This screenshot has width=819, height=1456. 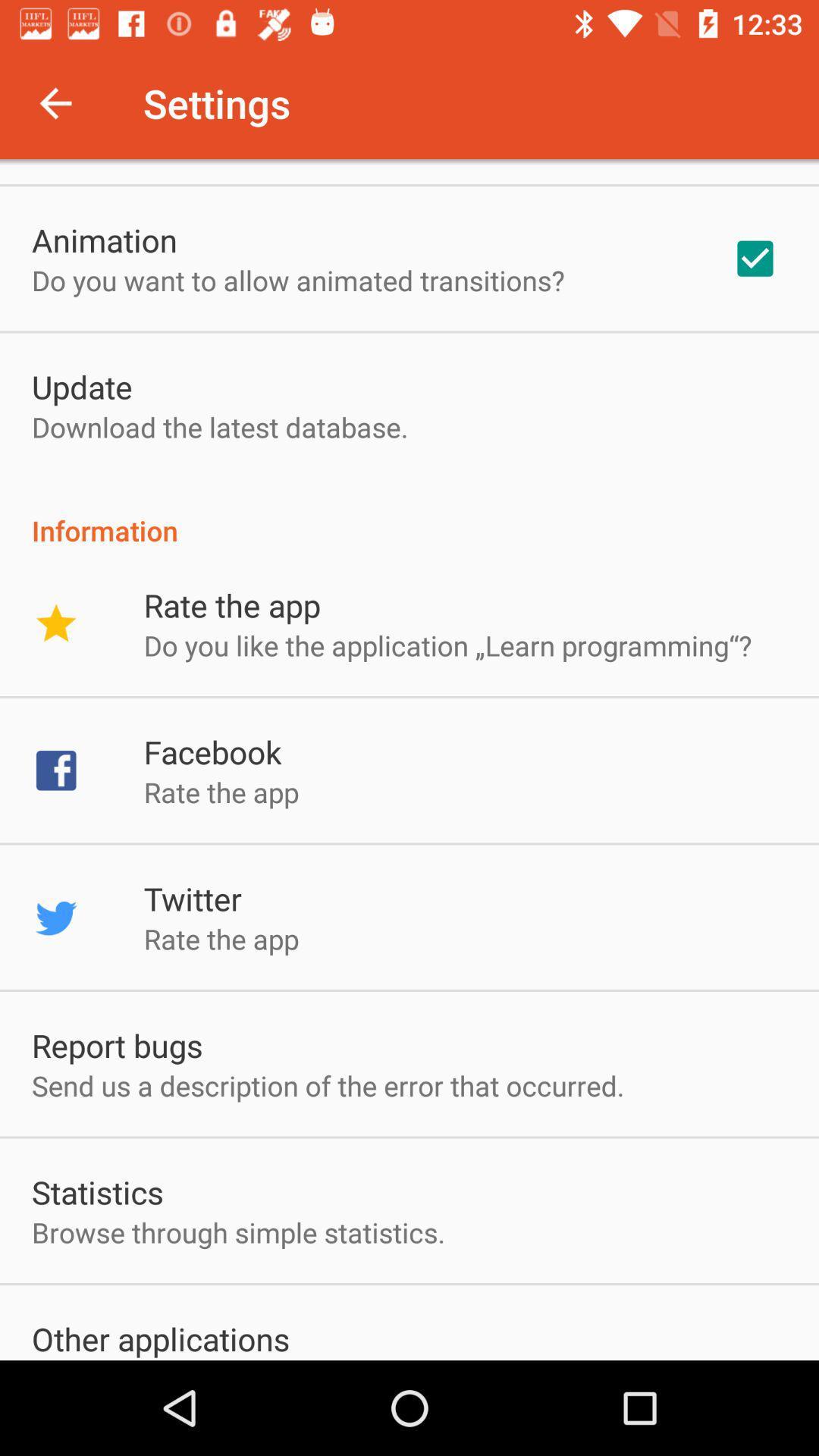 I want to click on app above other applications, so click(x=238, y=1232).